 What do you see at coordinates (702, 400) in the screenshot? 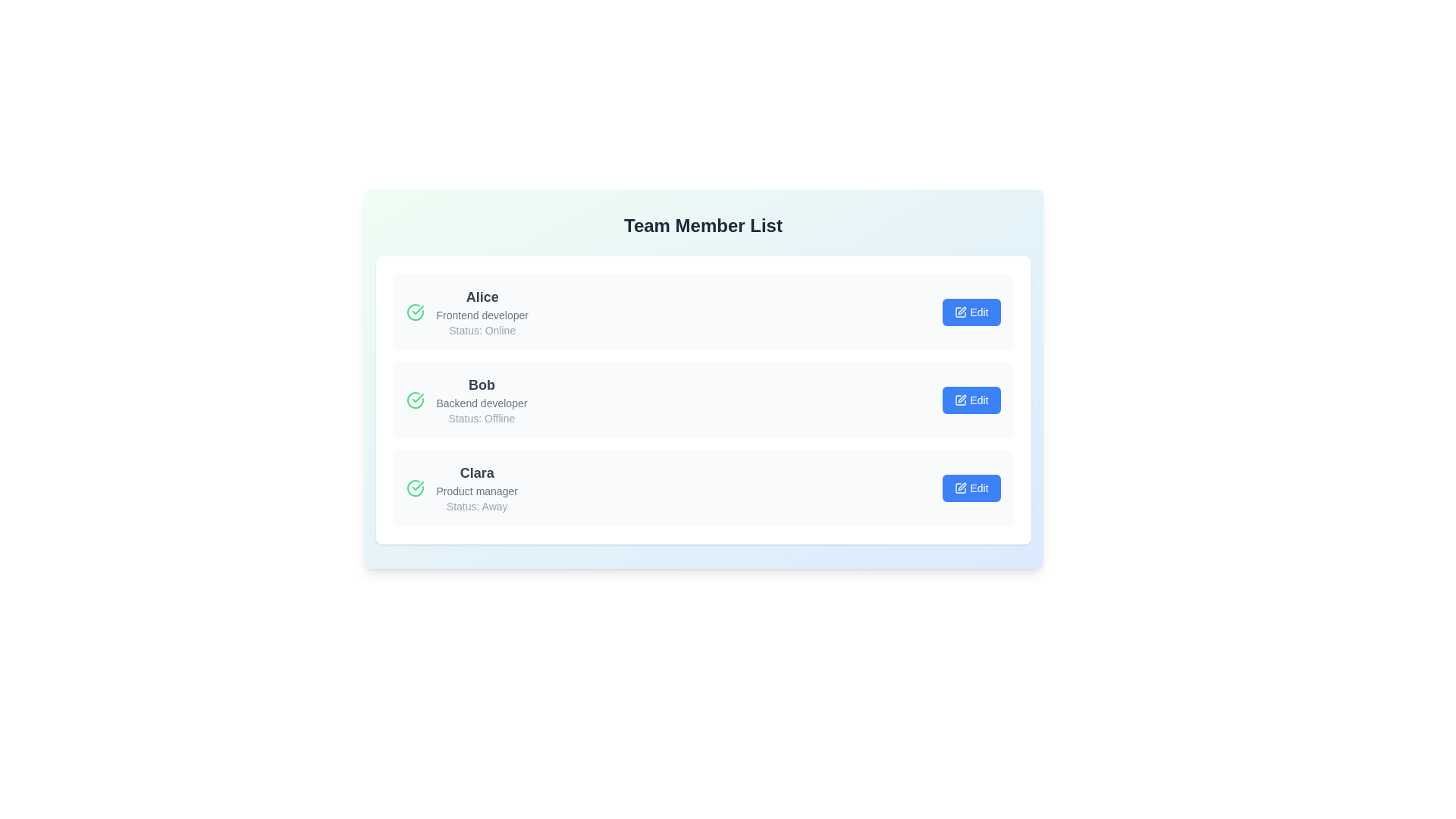
I see `the user item corresponding to Bob` at bounding box center [702, 400].